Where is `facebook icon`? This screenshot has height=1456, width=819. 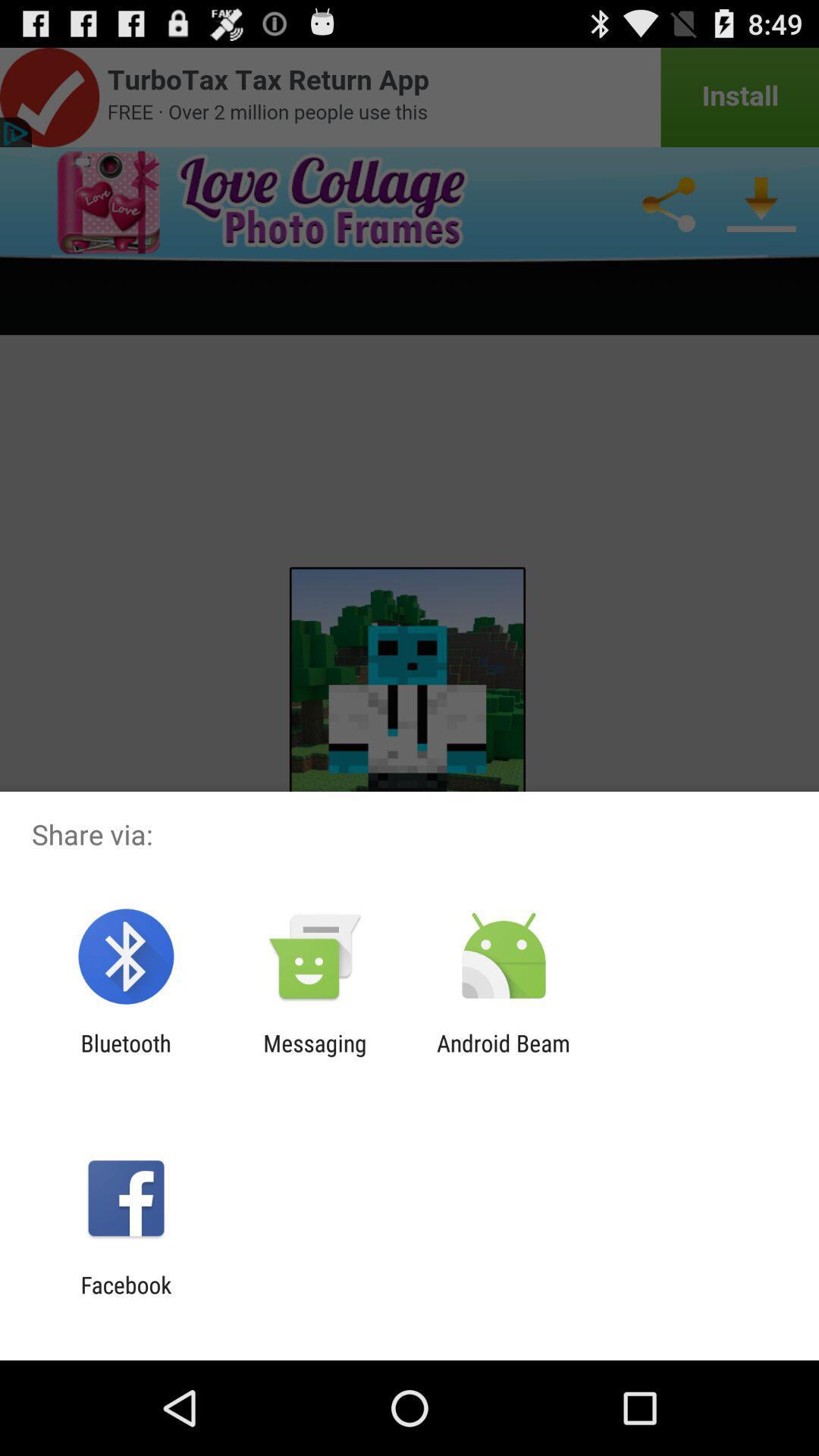
facebook icon is located at coordinates (125, 1298).